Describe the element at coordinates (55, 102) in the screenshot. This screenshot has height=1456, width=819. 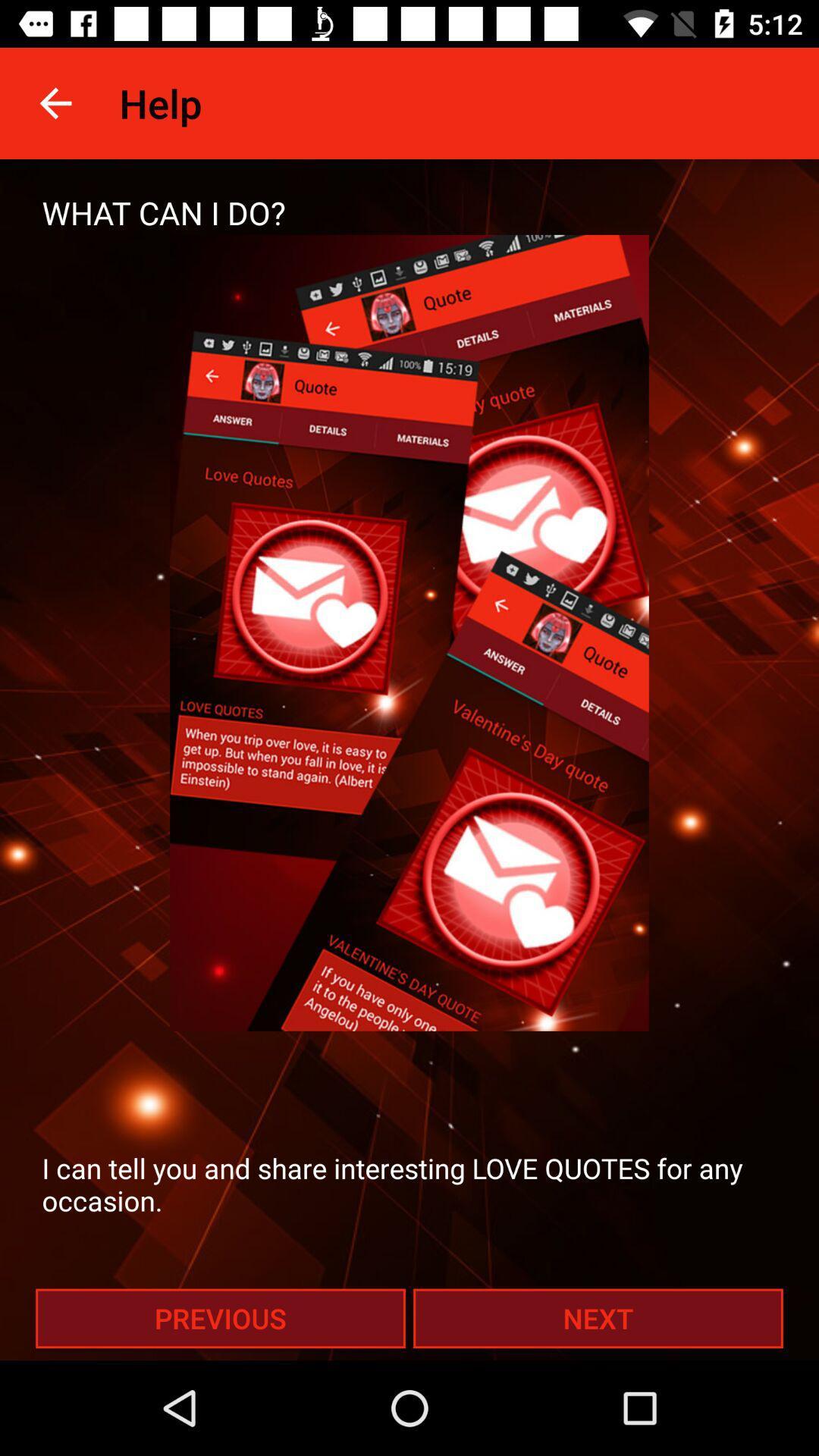
I see `icon next to help item` at that location.